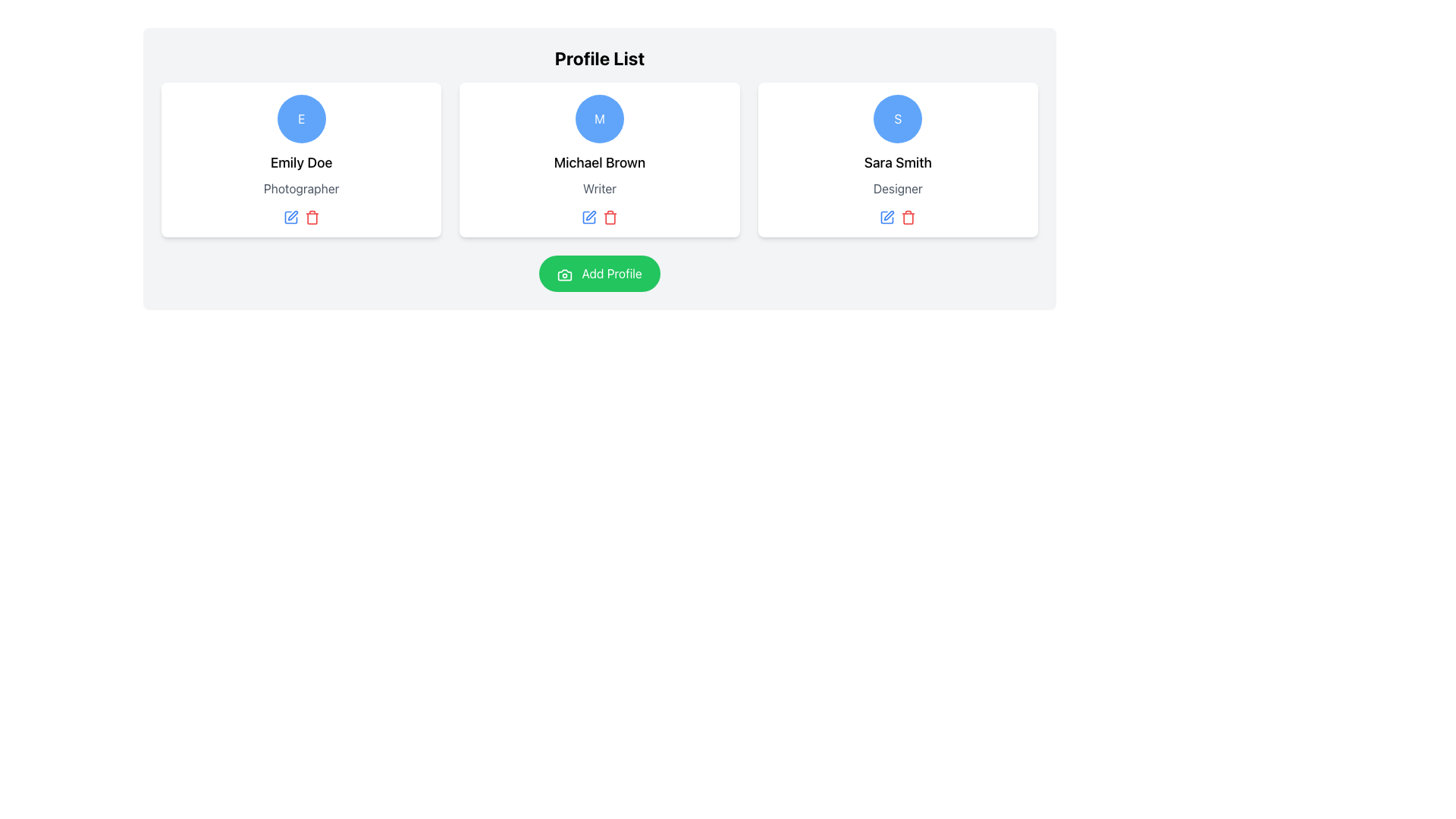  Describe the element at coordinates (290, 217) in the screenshot. I see `the edit icon located to the left of the trashcan icon within the SVG component of the 'Emily Doe' card` at that location.